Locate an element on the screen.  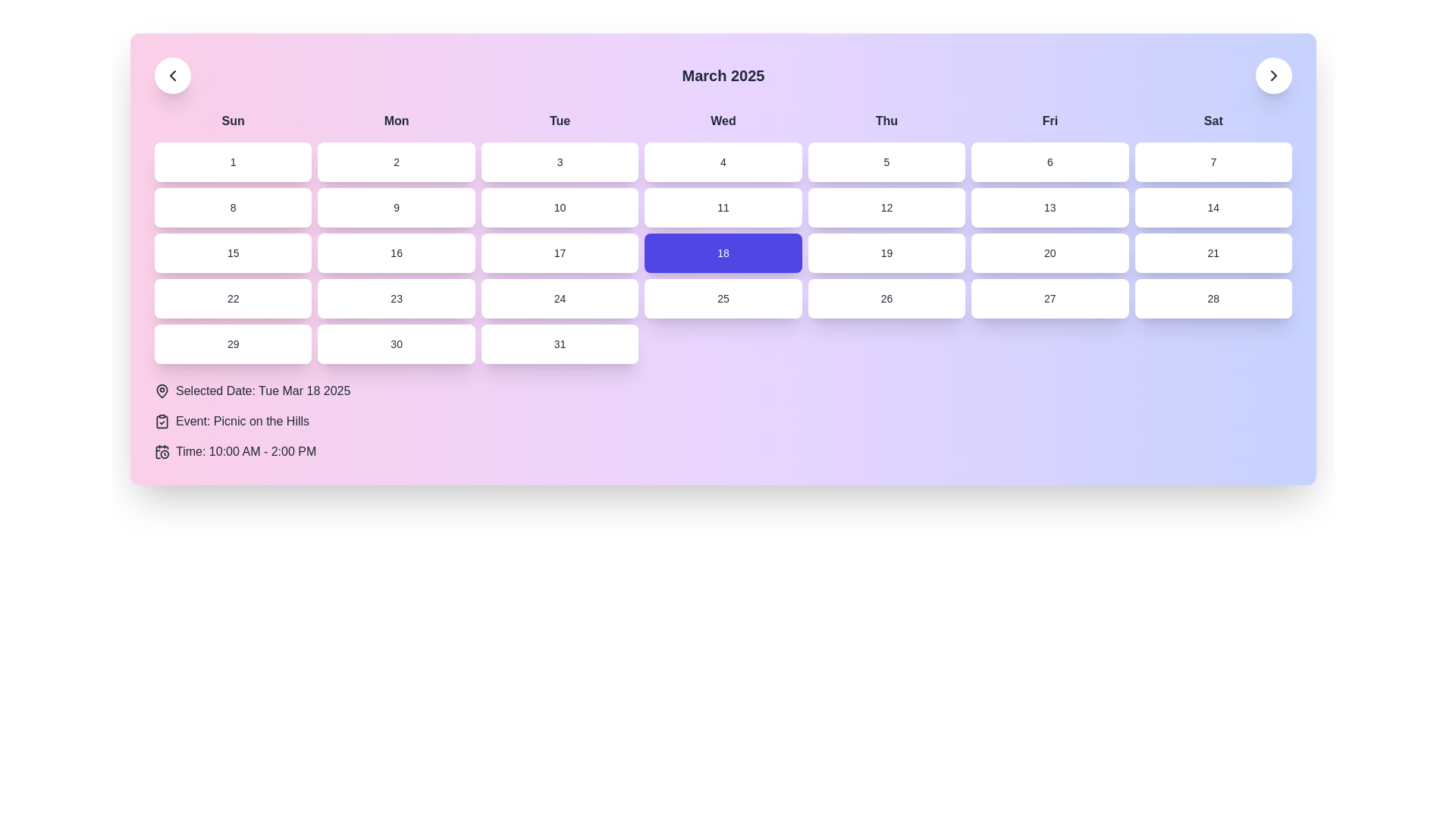
the small calendar-clock icon located to the left of the text 'Time: 10:00 AM - 2:00 PM', which features a black outline and represents date and time visually is located at coordinates (162, 451).